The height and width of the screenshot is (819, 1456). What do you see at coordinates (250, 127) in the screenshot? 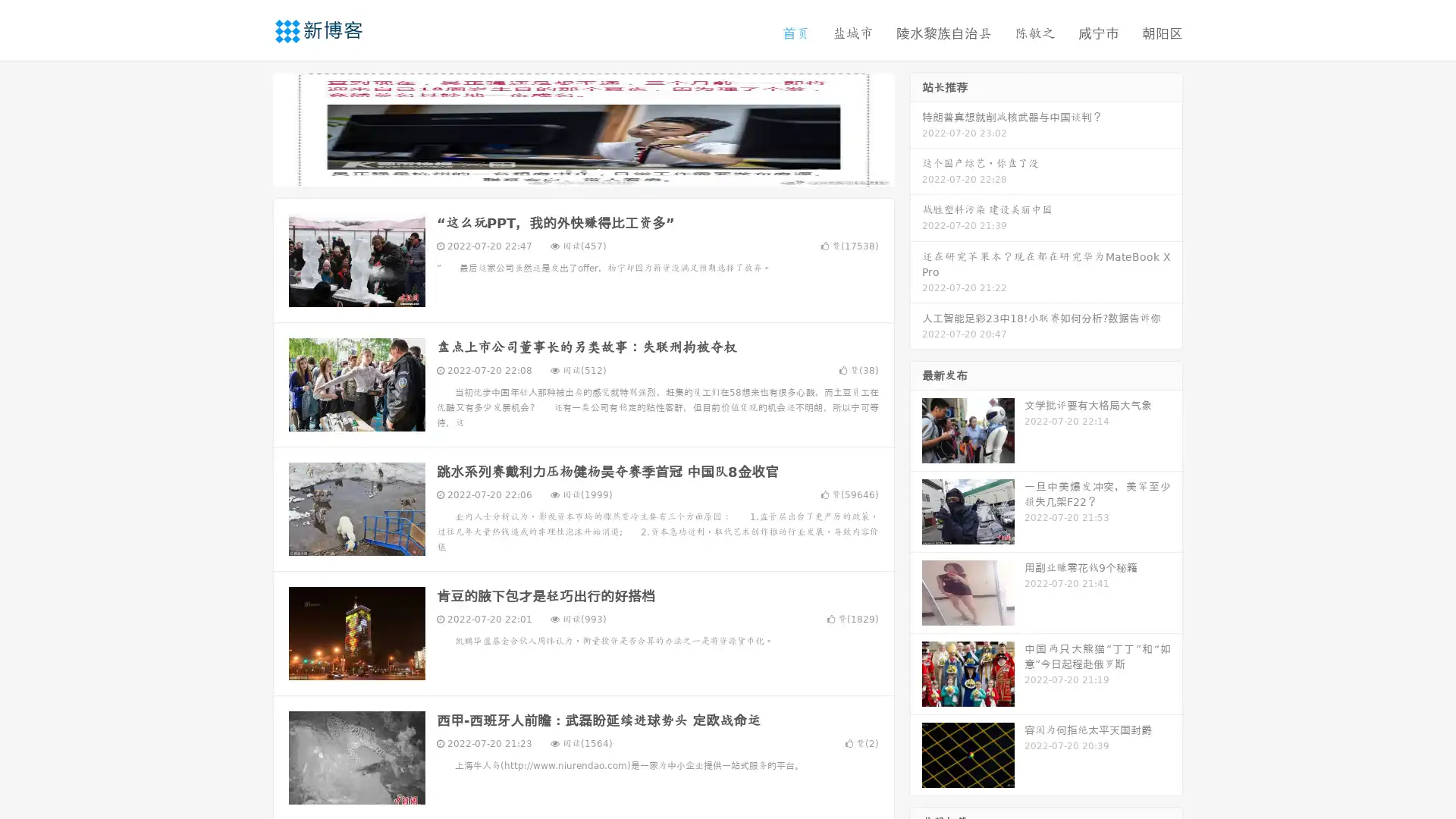
I see `Previous slide` at bounding box center [250, 127].